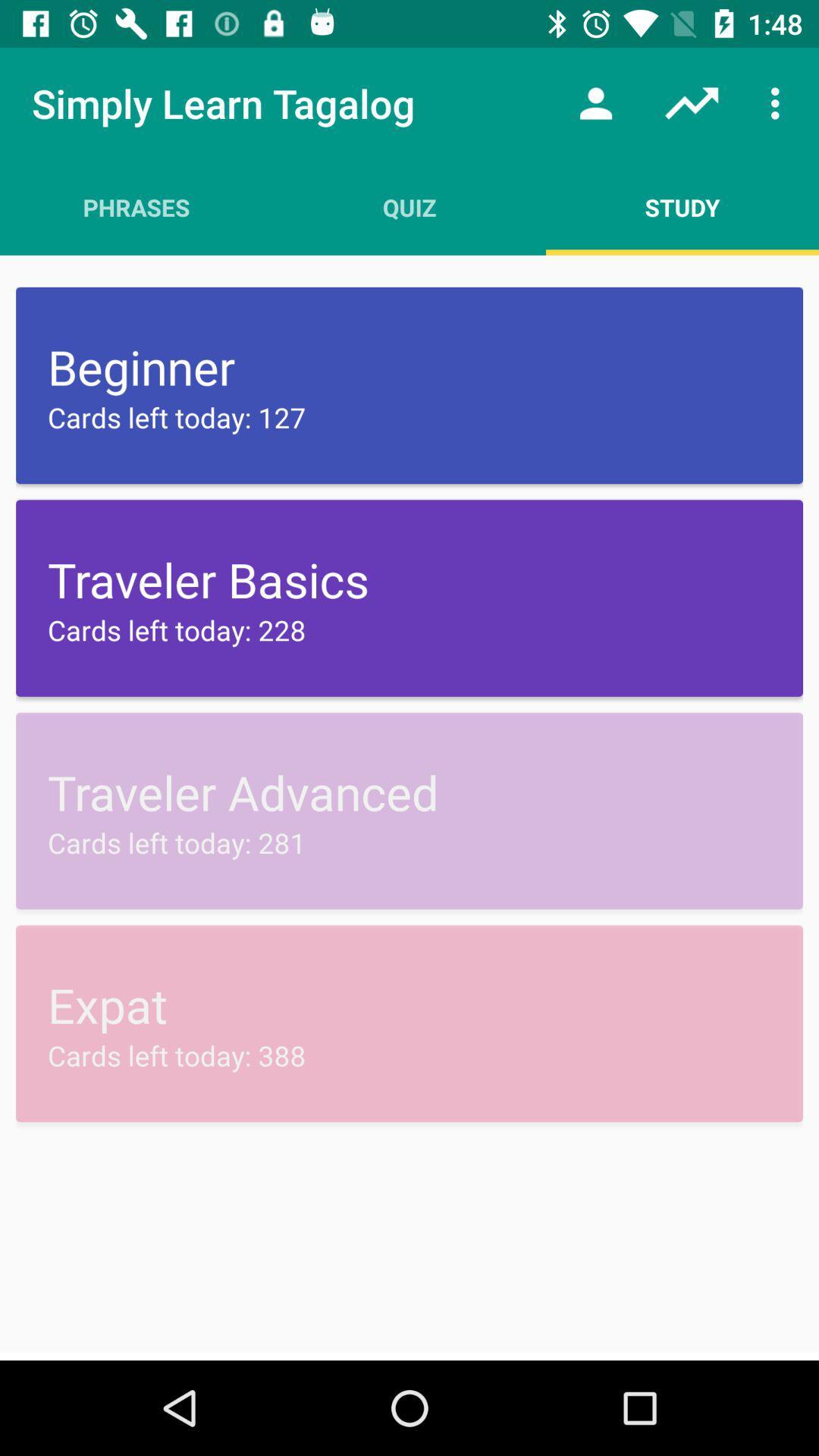 The width and height of the screenshot is (819, 1456). I want to click on the quiz app, so click(409, 206).